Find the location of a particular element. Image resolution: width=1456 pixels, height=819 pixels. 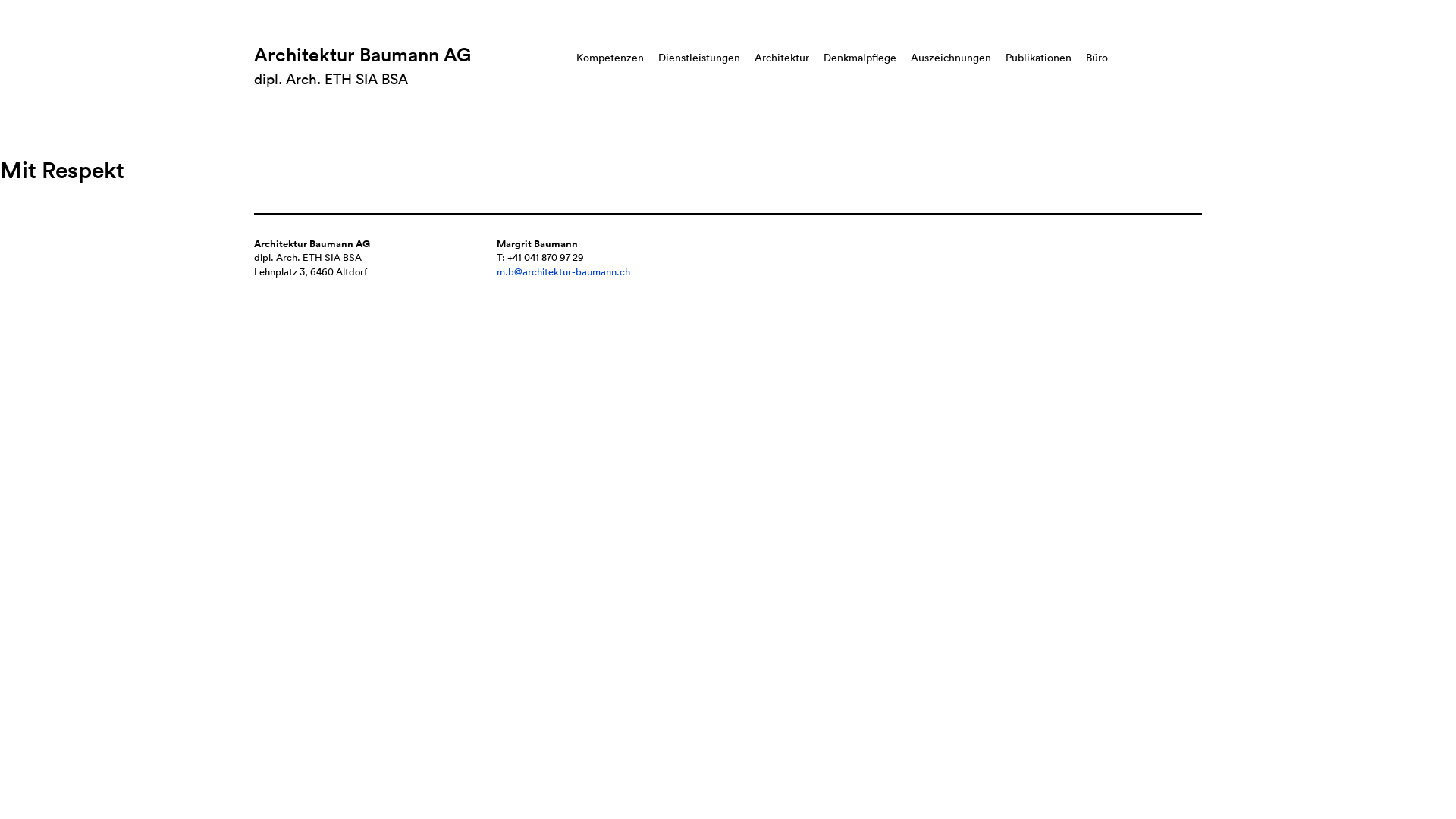

'Dienstleistungen' is located at coordinates (698, 57).